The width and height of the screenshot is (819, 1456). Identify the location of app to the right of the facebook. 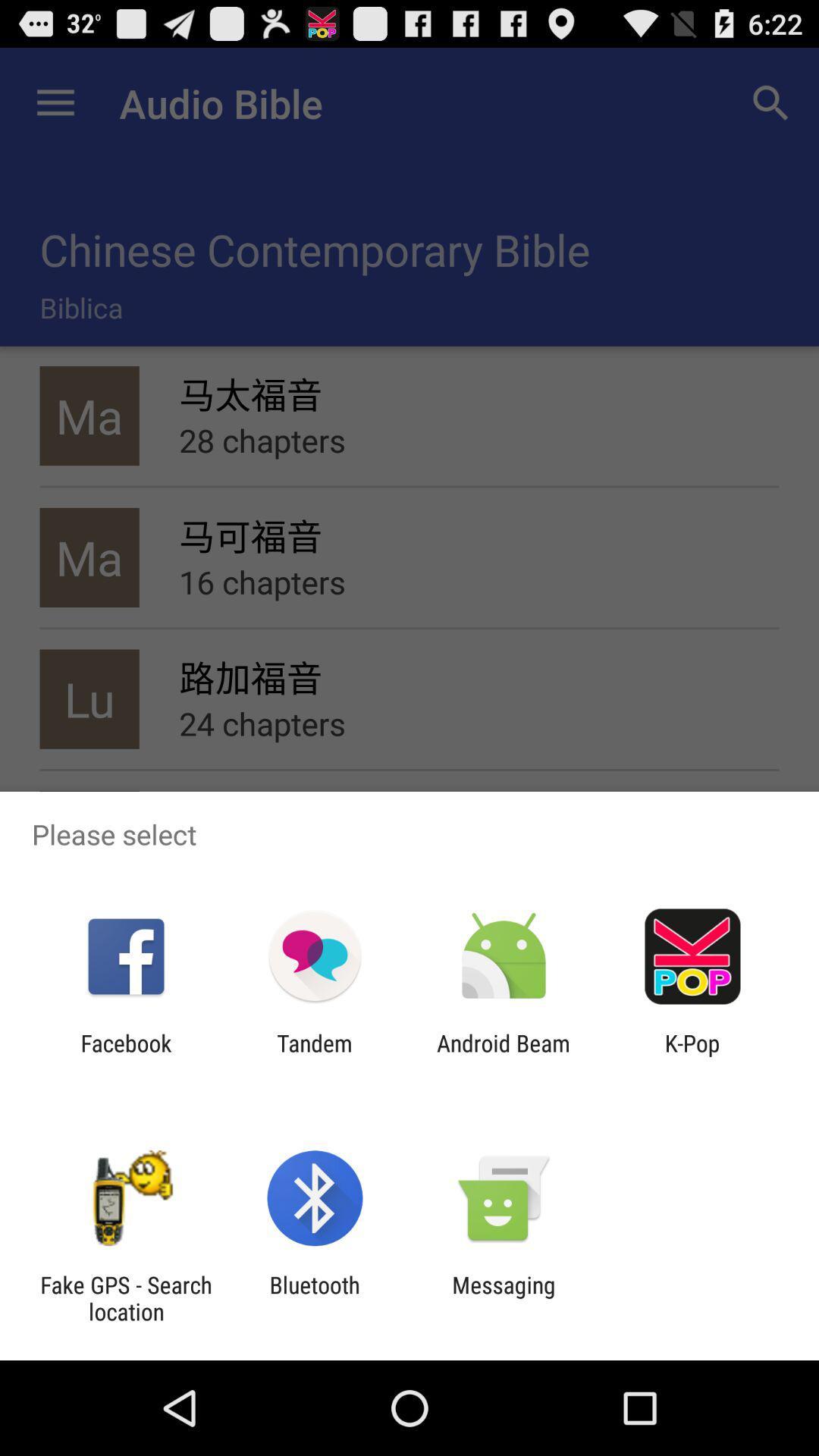
(314, 1056).